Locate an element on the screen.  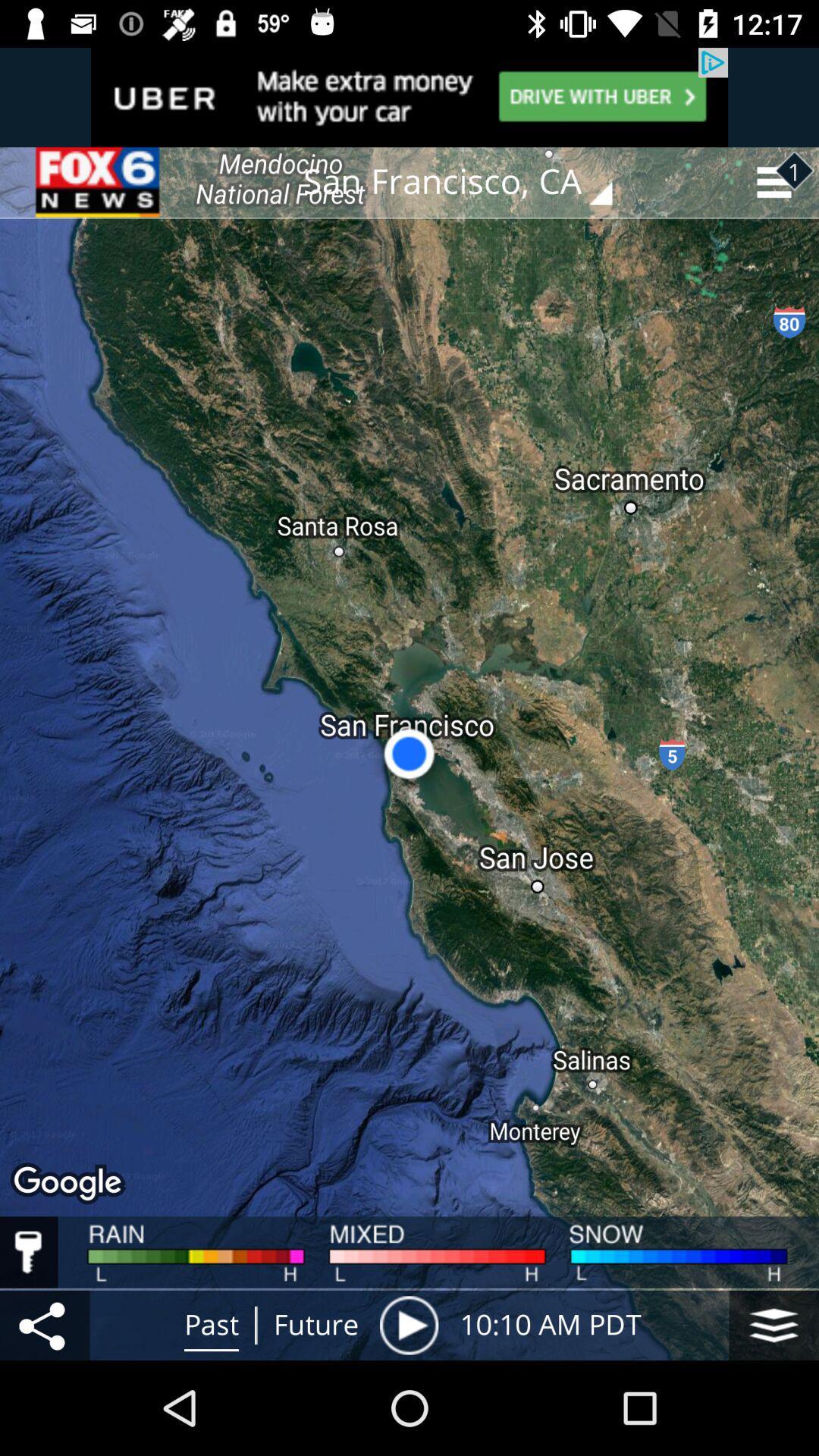
item to the right of 10 10 am icon is located at coordinates (773, 1324).